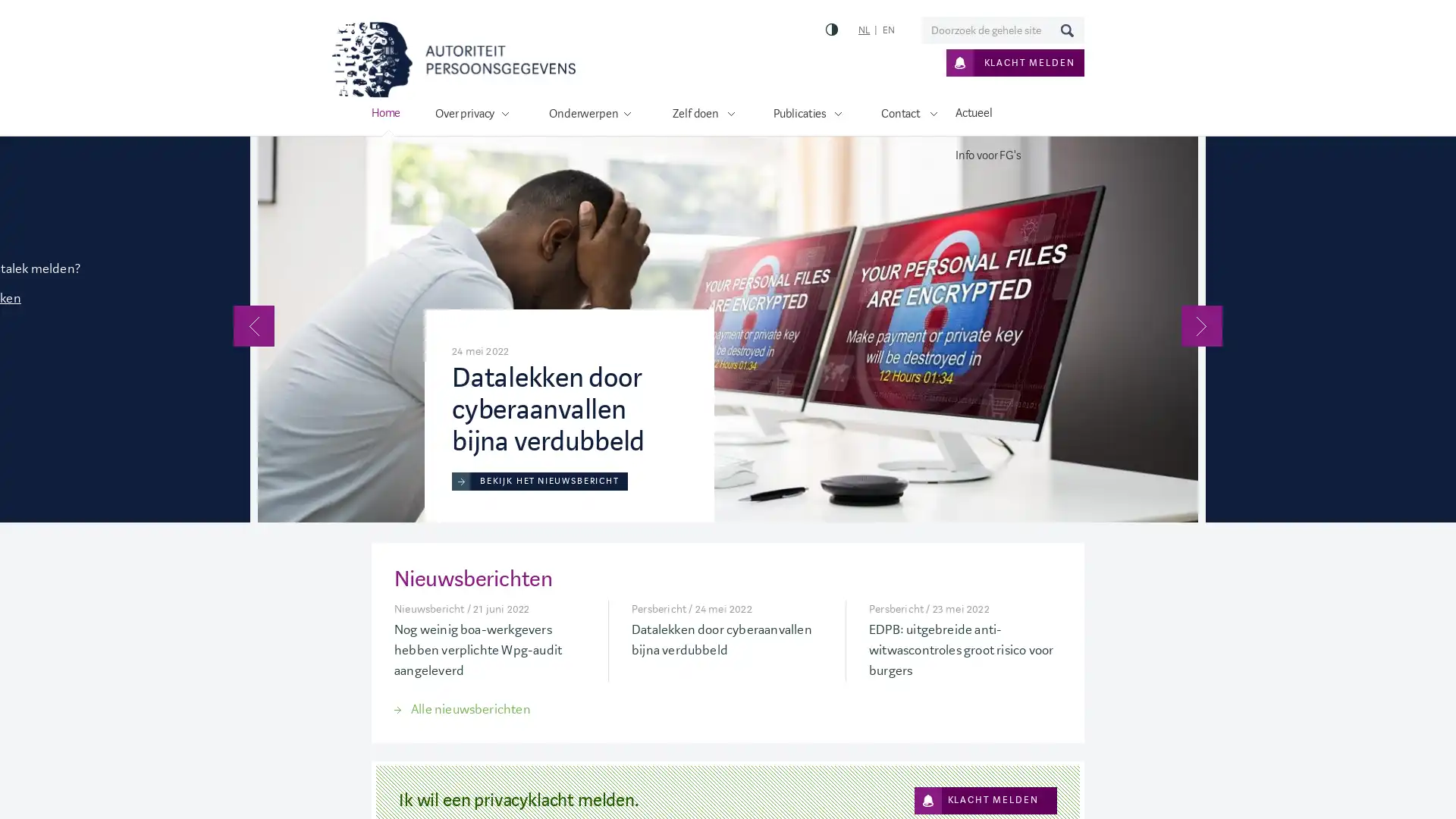 The image size is (1456, 819). Describe the element at coordinates (1065, 30) in the screenshot. I see `Zoeken` at that location.